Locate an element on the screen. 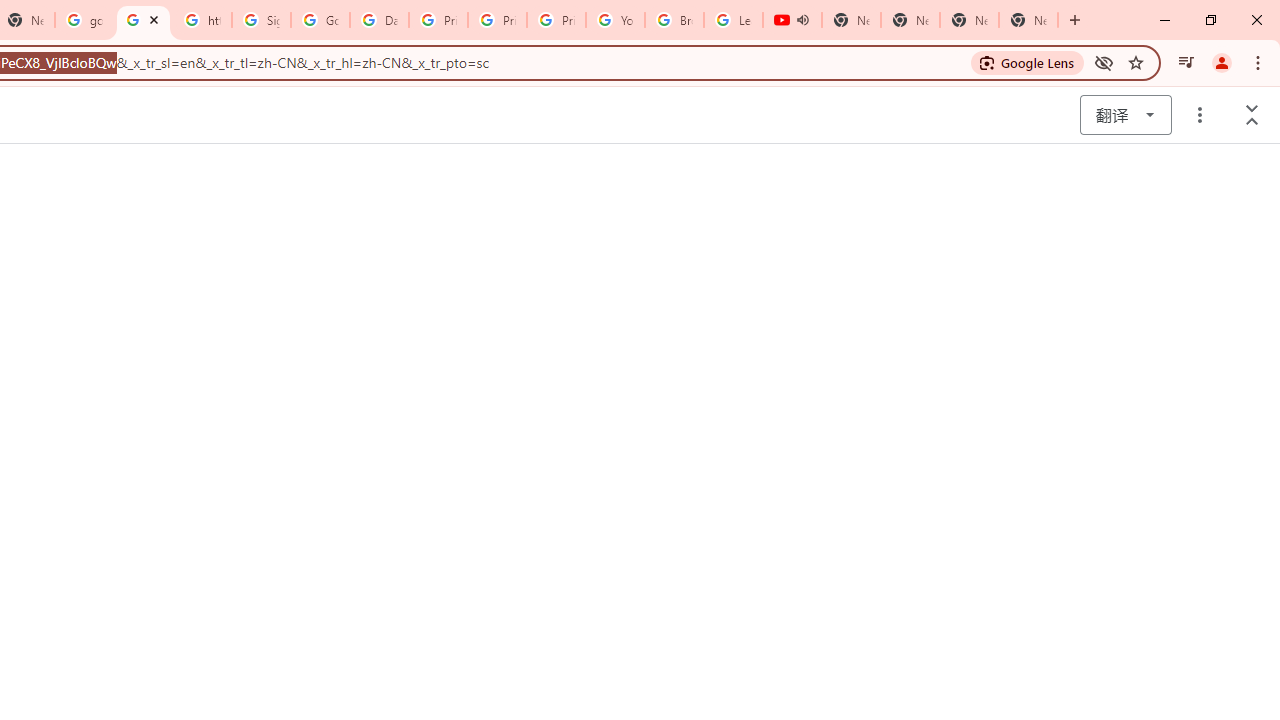 This screenshot has height=720, width=1280. 'https://scholar.google.com/' is located at coordinates (202, 20).